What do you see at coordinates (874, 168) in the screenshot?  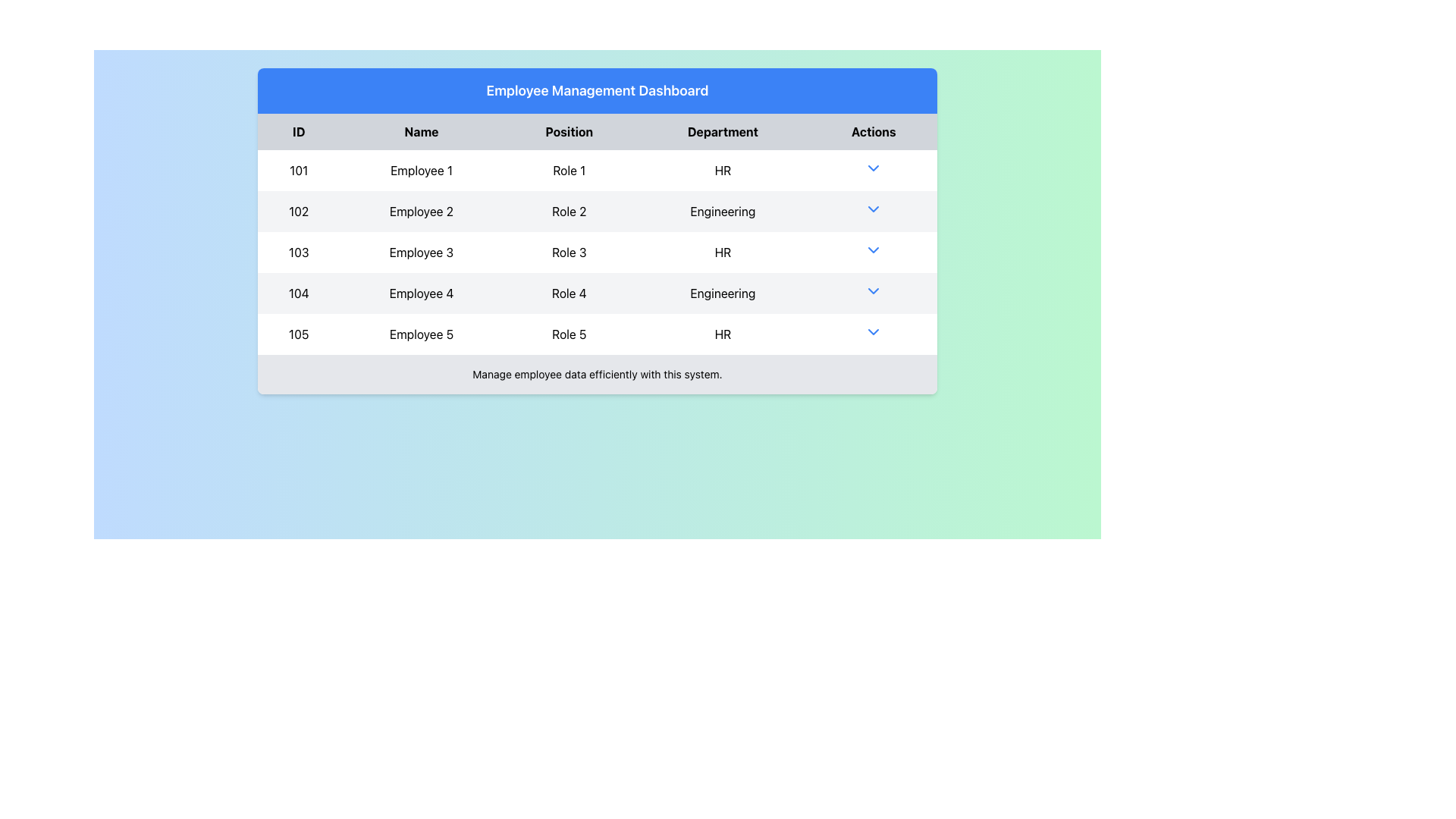 I see `the chevron button in the first row under the 'Actions' column of the table` at bounding box center [874, 168].